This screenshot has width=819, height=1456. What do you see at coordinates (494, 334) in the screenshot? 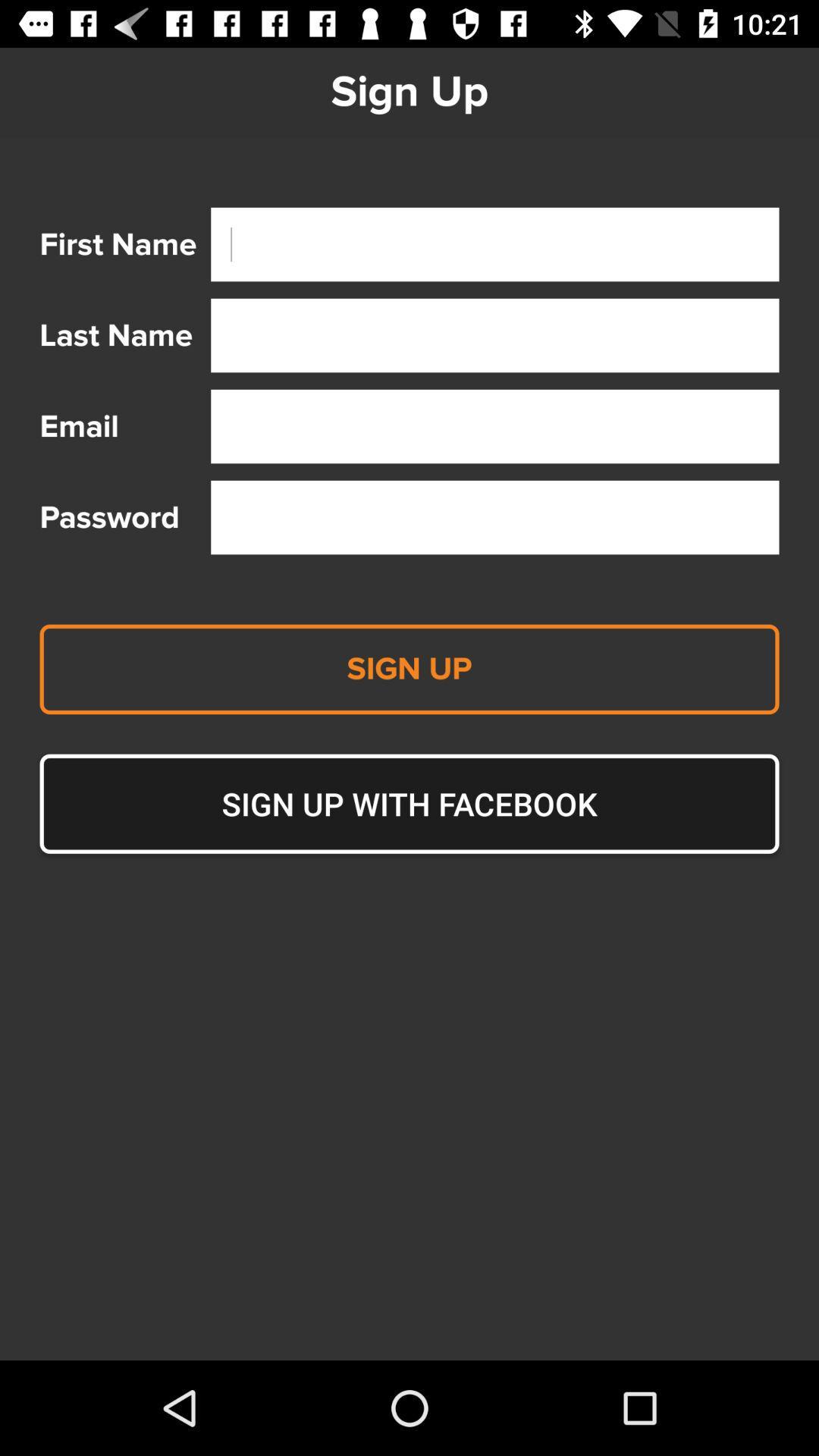
I see `search bar` at bounding box center [494, 334].